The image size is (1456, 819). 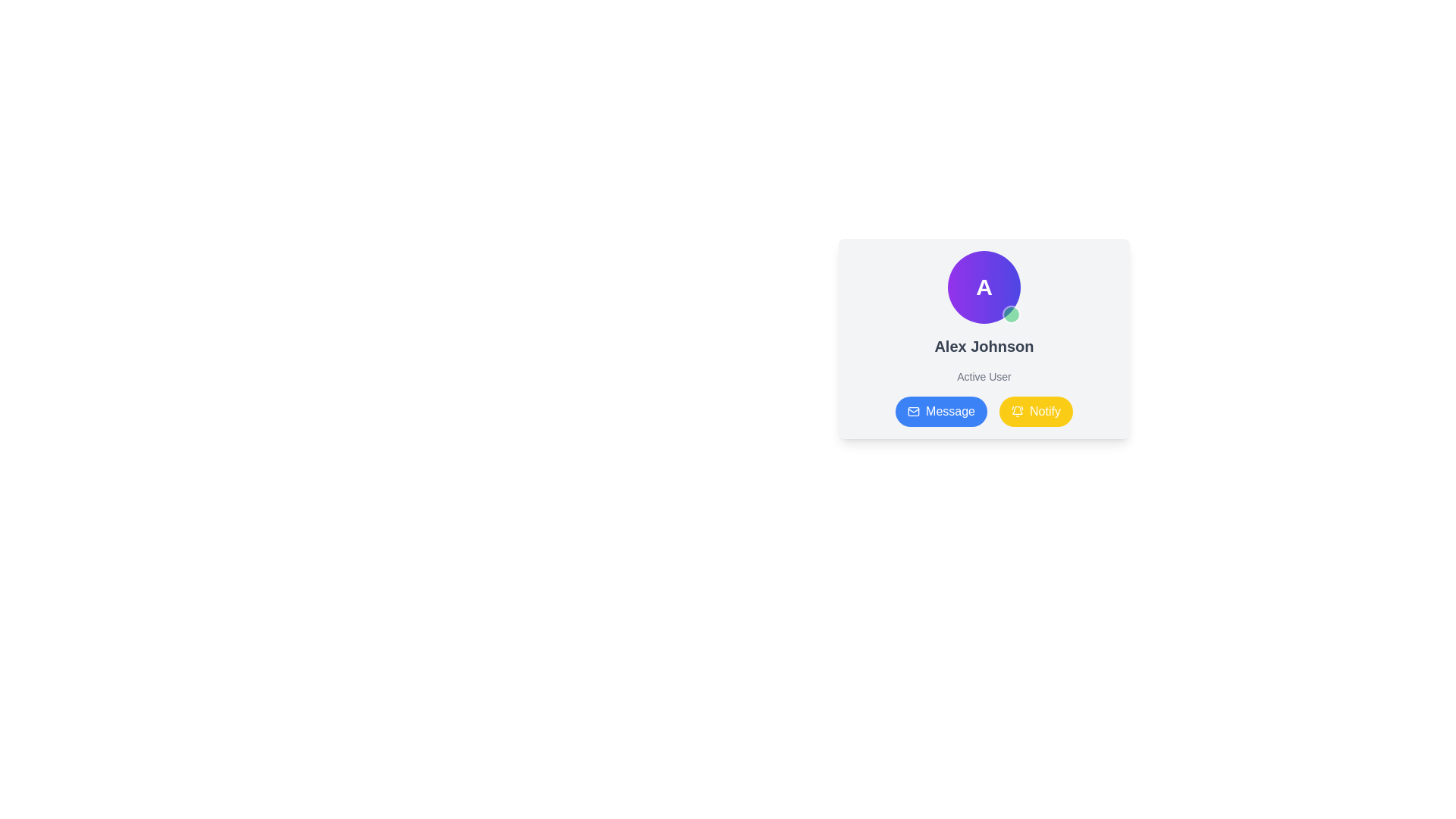 I want to click on the 'Message' button in the button group located at the bottom of the user information card, so click(x=984, y=412).